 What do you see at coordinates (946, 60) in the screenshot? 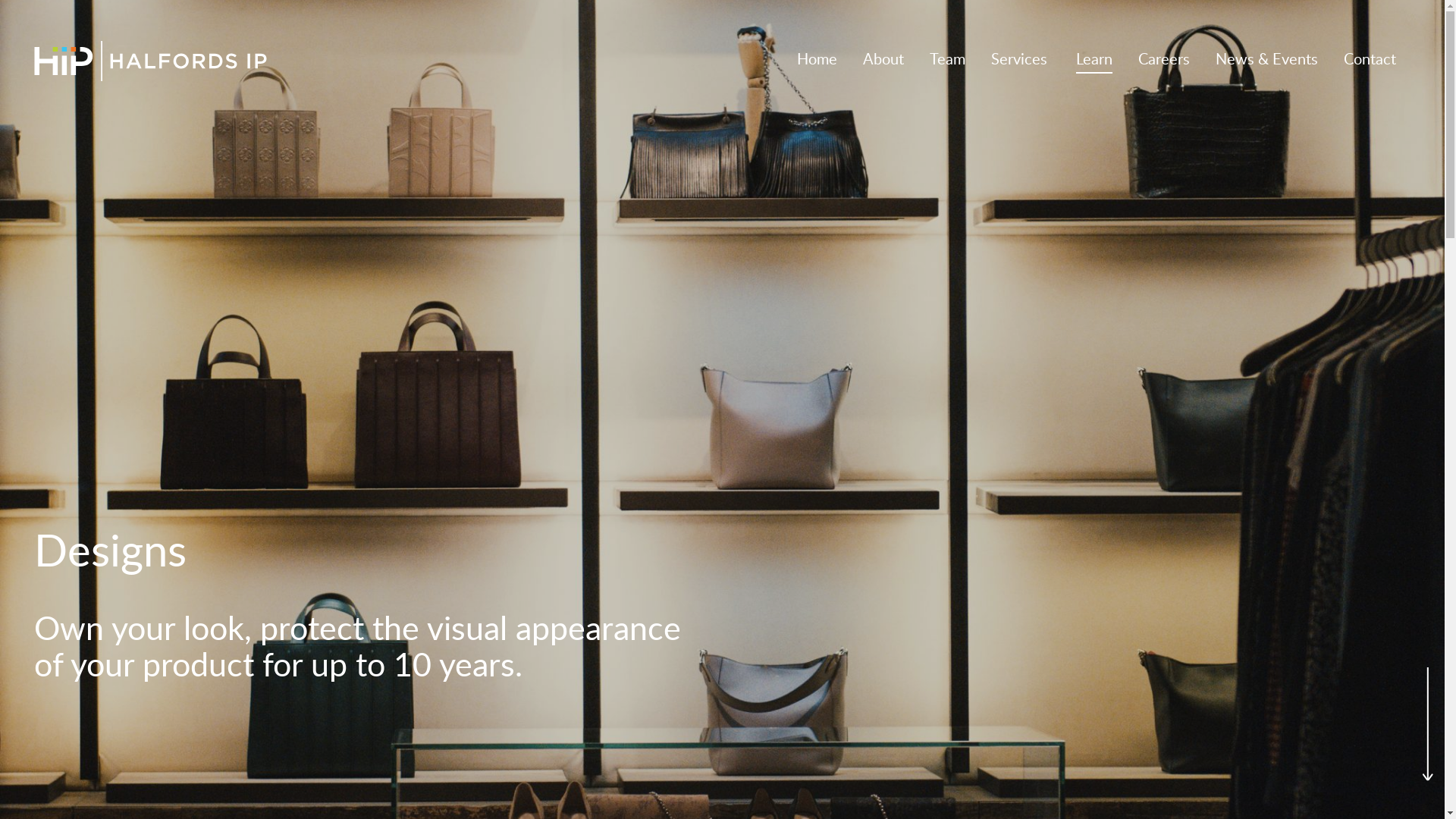
I see `'Team'` at bounding box center [946, 60].